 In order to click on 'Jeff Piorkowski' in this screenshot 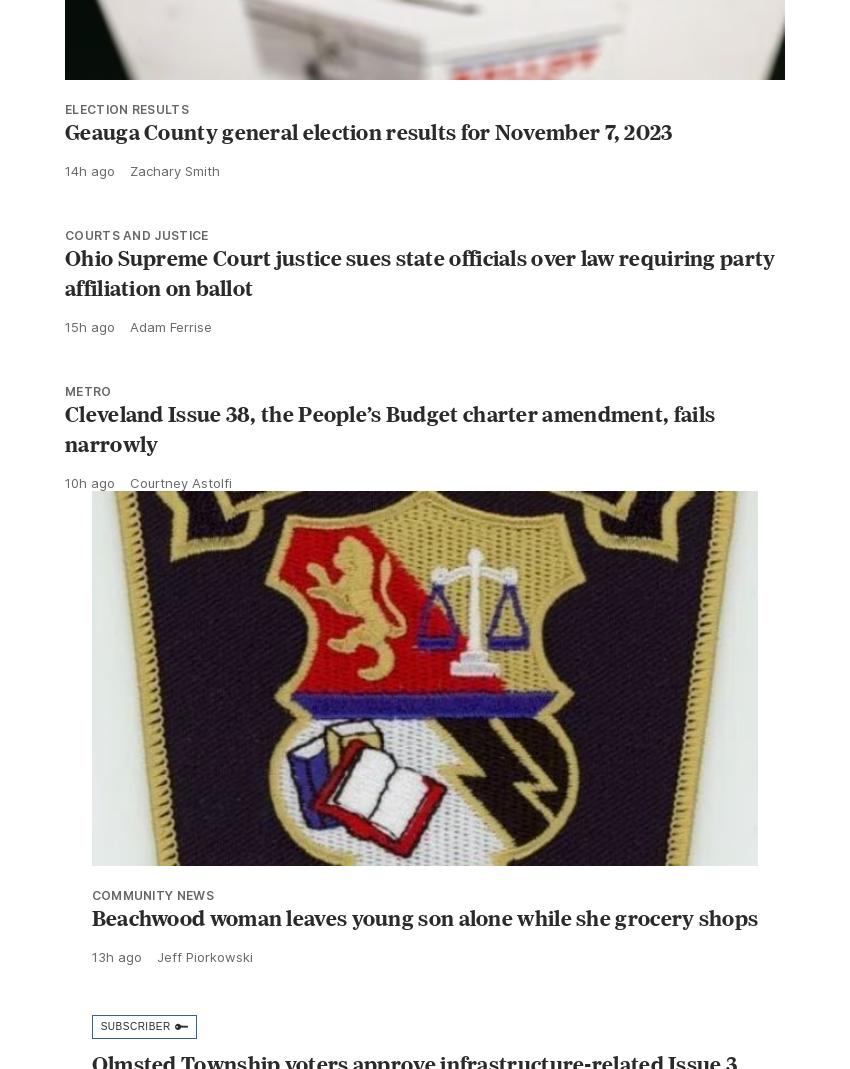, I will do `click(155, 1001)`.